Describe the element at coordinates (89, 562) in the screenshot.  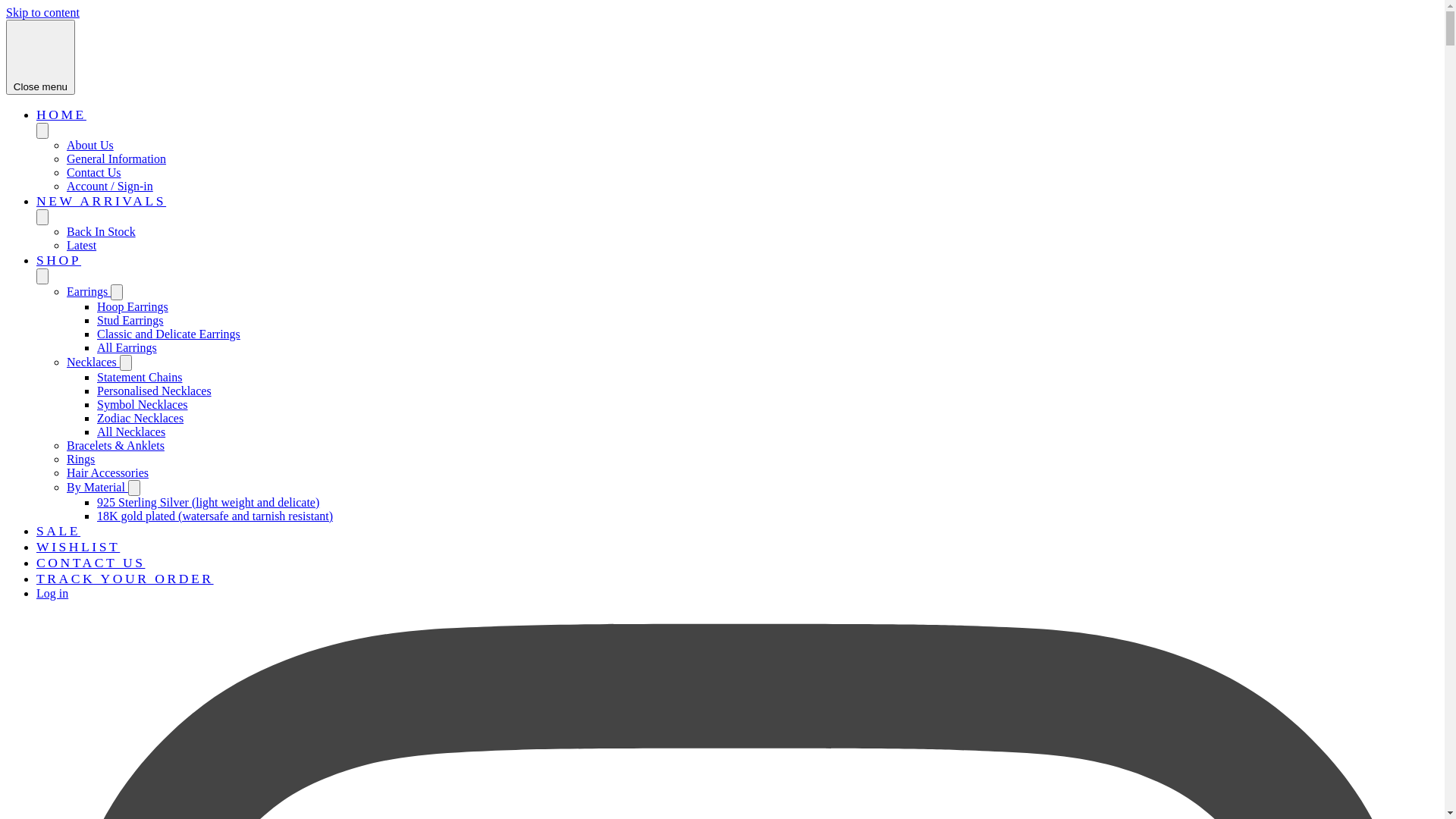
I see `'CONTACT US'` at that location.